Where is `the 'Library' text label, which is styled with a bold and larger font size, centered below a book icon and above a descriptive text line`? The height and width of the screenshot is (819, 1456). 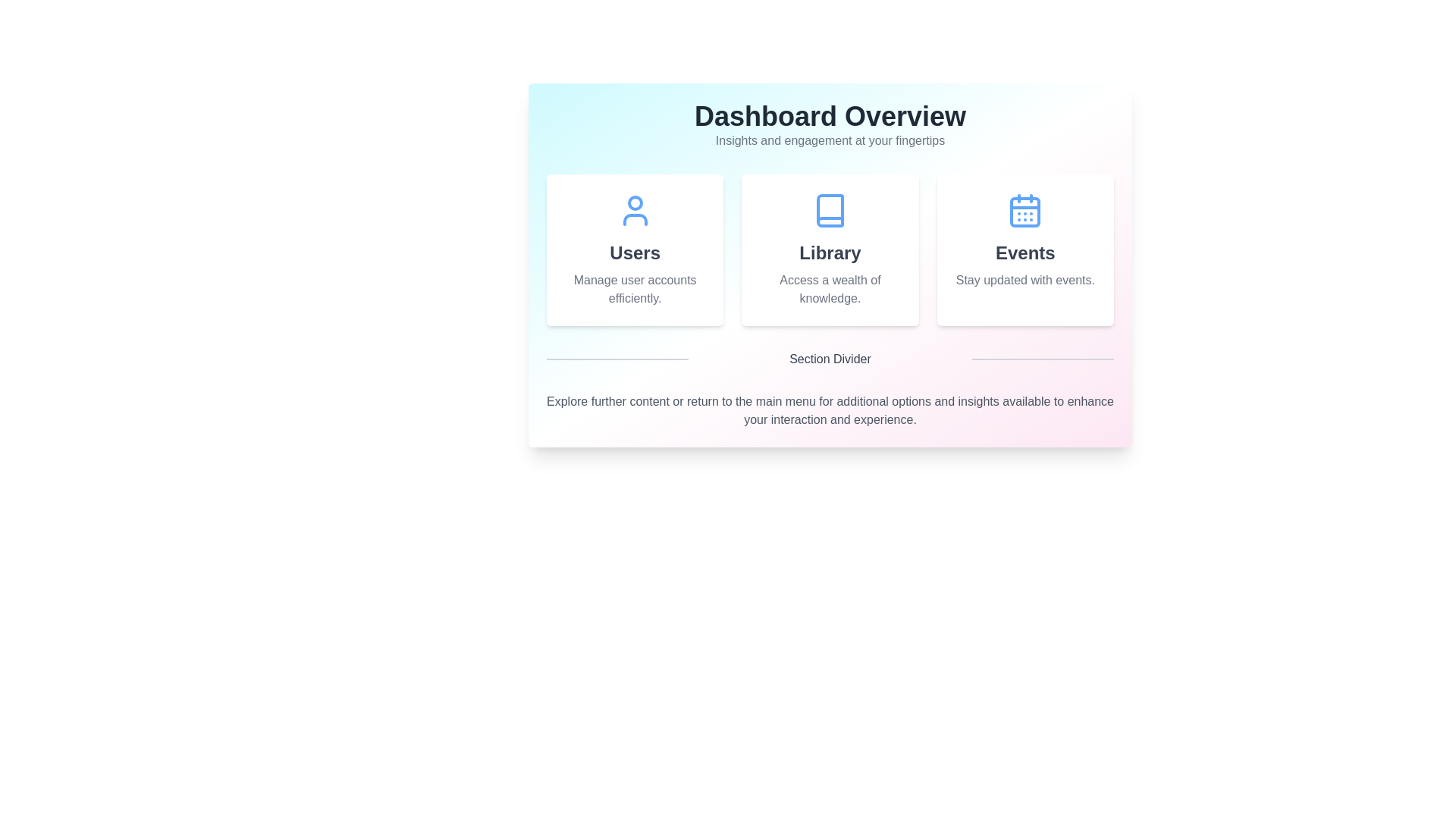 the 'Library' text label, which is styled with a bold and larger font size, centered below a book icon and above a descriptive text line is located at coordinates (829, 253).